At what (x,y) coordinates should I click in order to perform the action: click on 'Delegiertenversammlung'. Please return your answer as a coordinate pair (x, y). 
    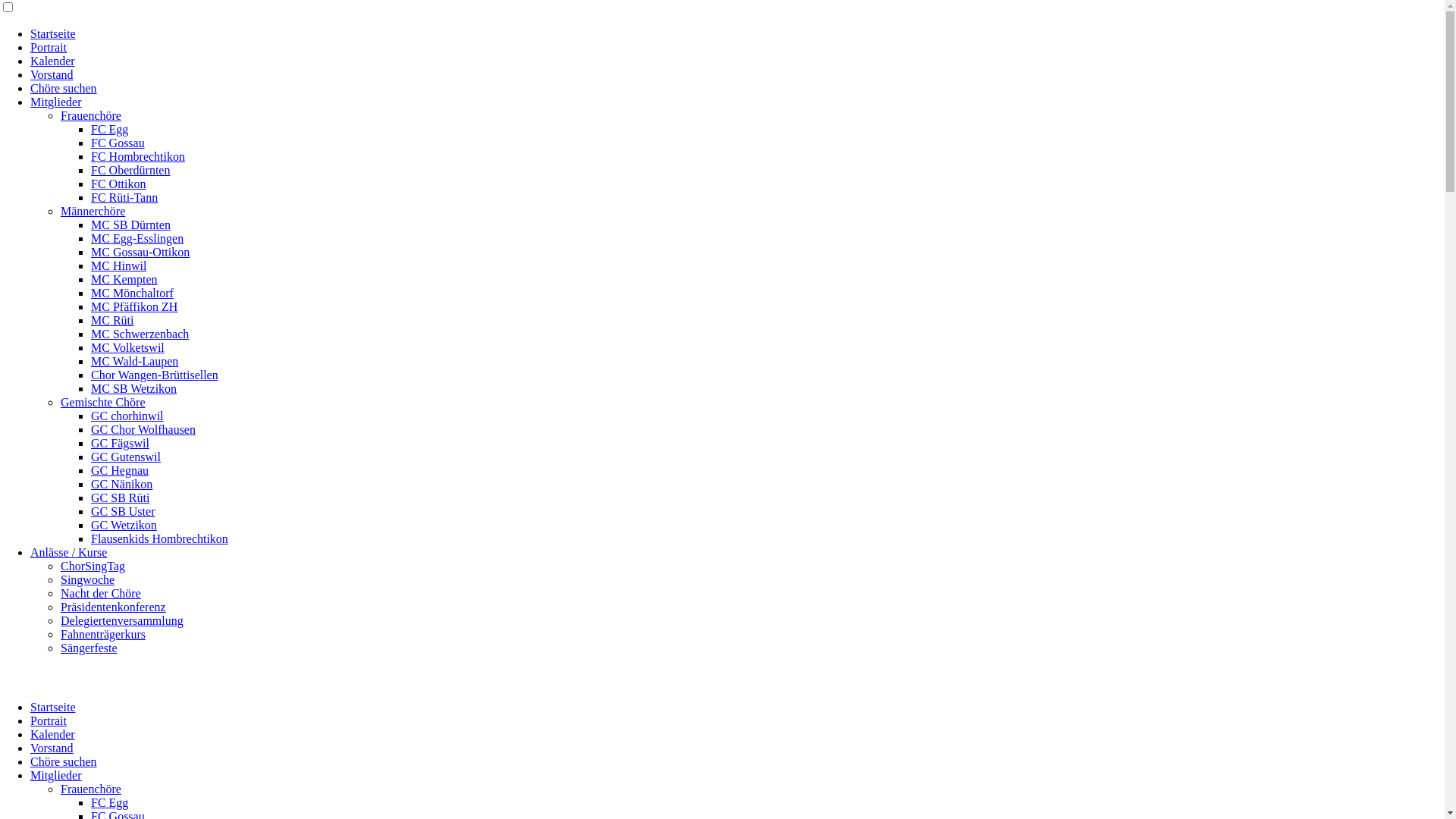
    Looking at the image, I should click on (61, 620).